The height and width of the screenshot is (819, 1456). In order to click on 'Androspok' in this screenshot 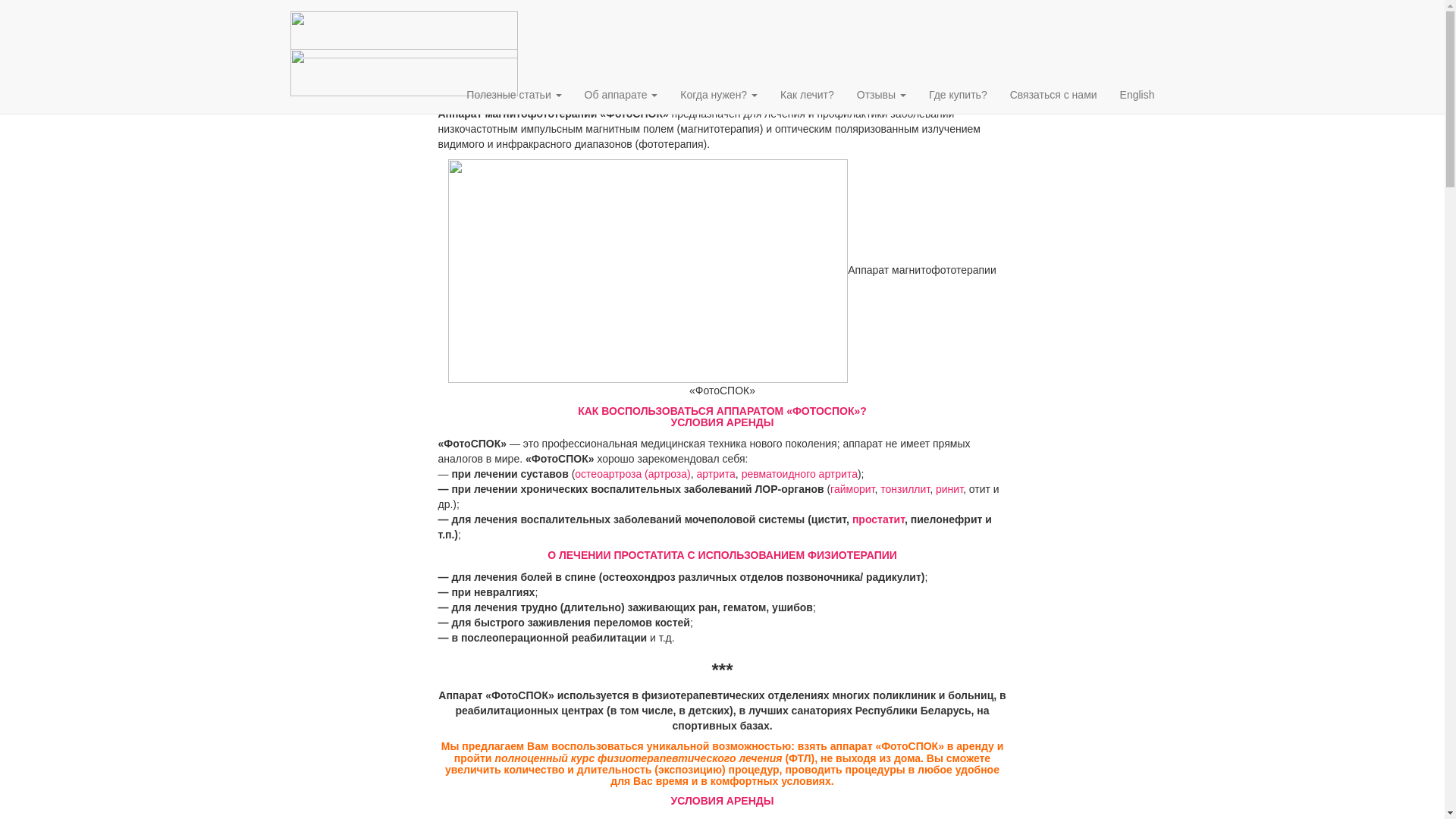, I will do `click(403, 55)`.